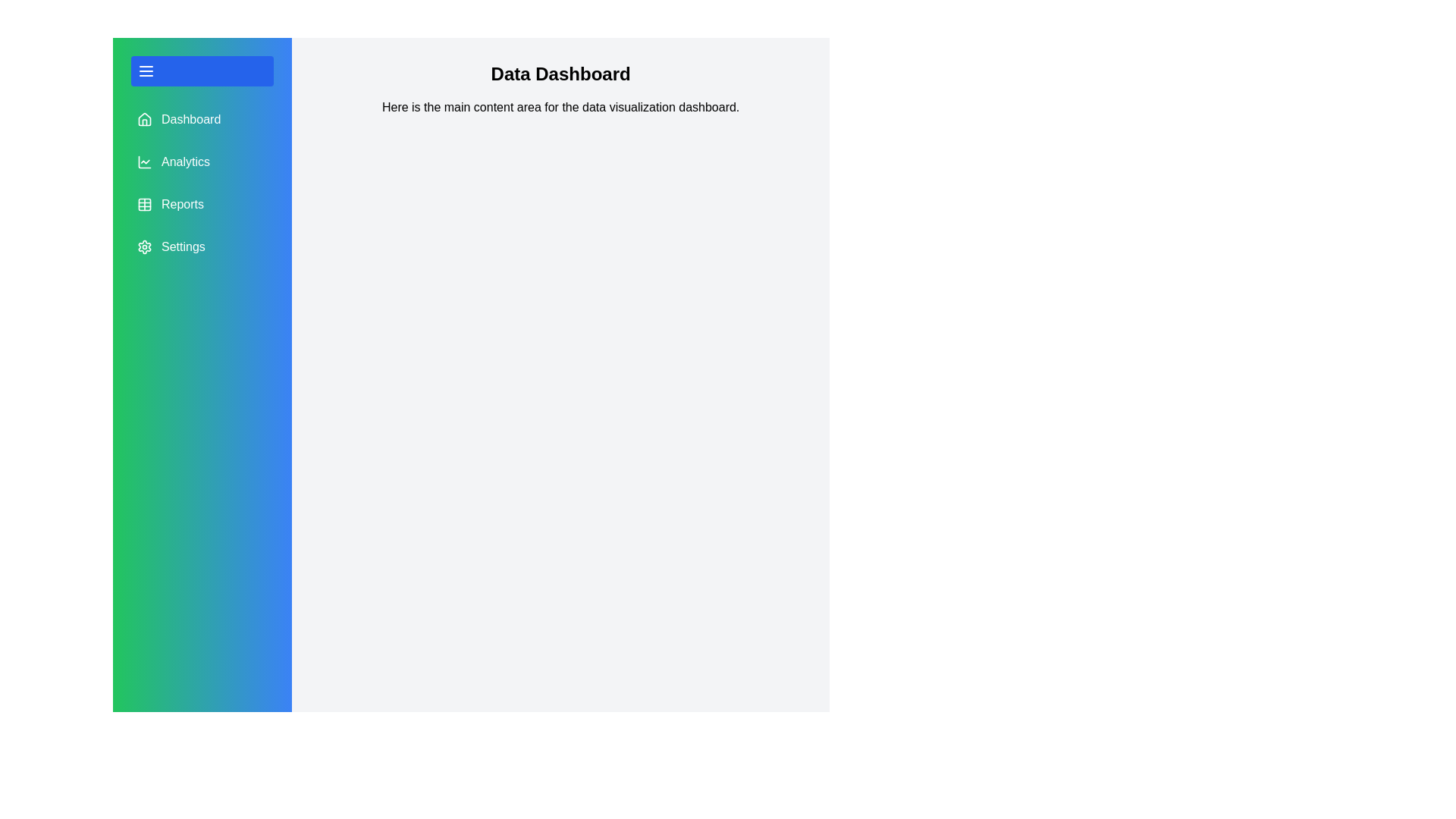 The height and width of the screenshot is (819, 1456). Describe the element at coordinates (202, 162) in the screenshot. I see `the menu item Analytics to observe its hover effect` at that location.